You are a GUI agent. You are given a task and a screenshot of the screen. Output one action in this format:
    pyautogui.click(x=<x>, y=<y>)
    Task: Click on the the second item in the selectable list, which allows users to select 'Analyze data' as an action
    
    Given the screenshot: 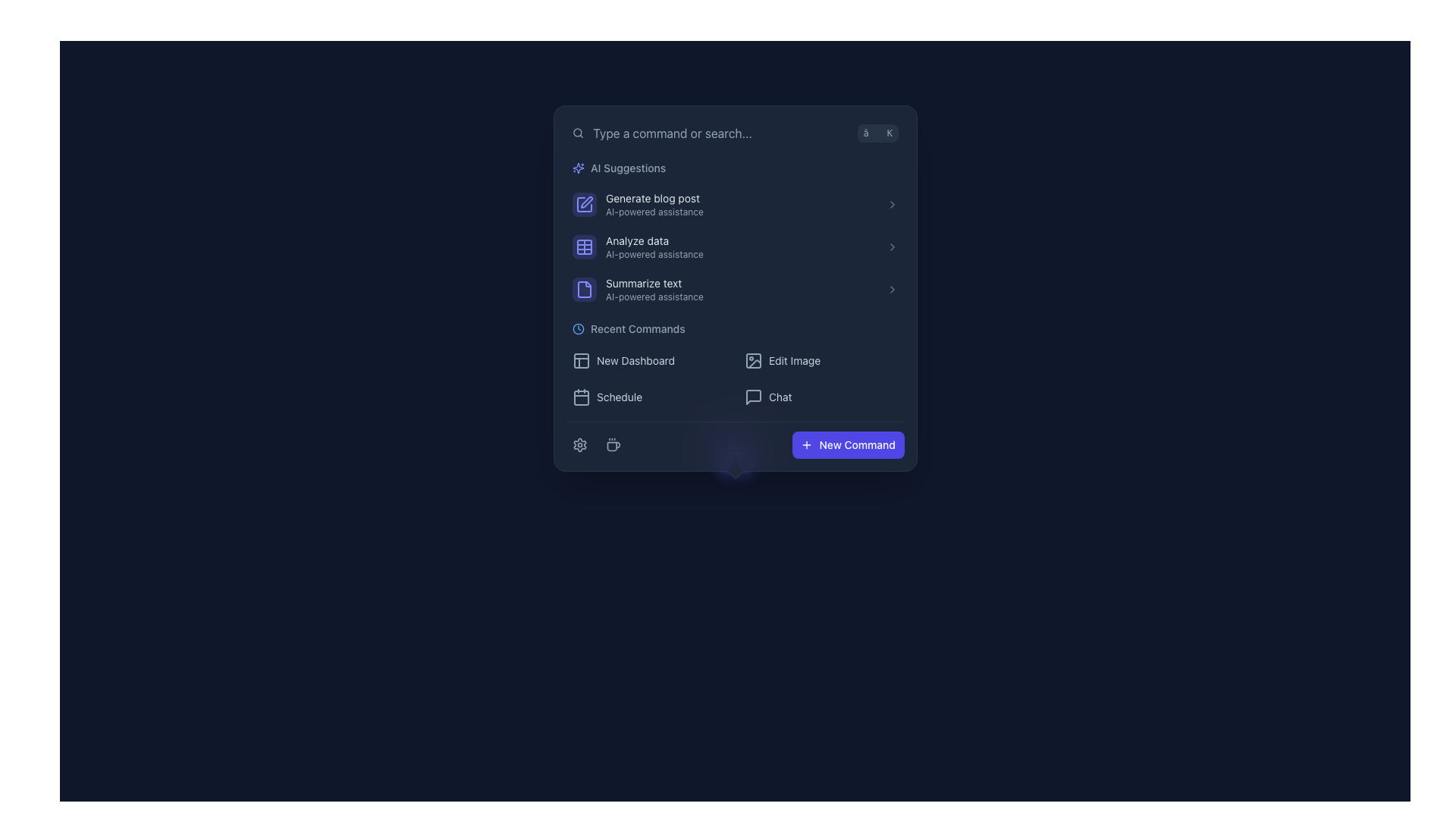 What is the action you would take?
    pyautogui.click(x=735, y=246)
    